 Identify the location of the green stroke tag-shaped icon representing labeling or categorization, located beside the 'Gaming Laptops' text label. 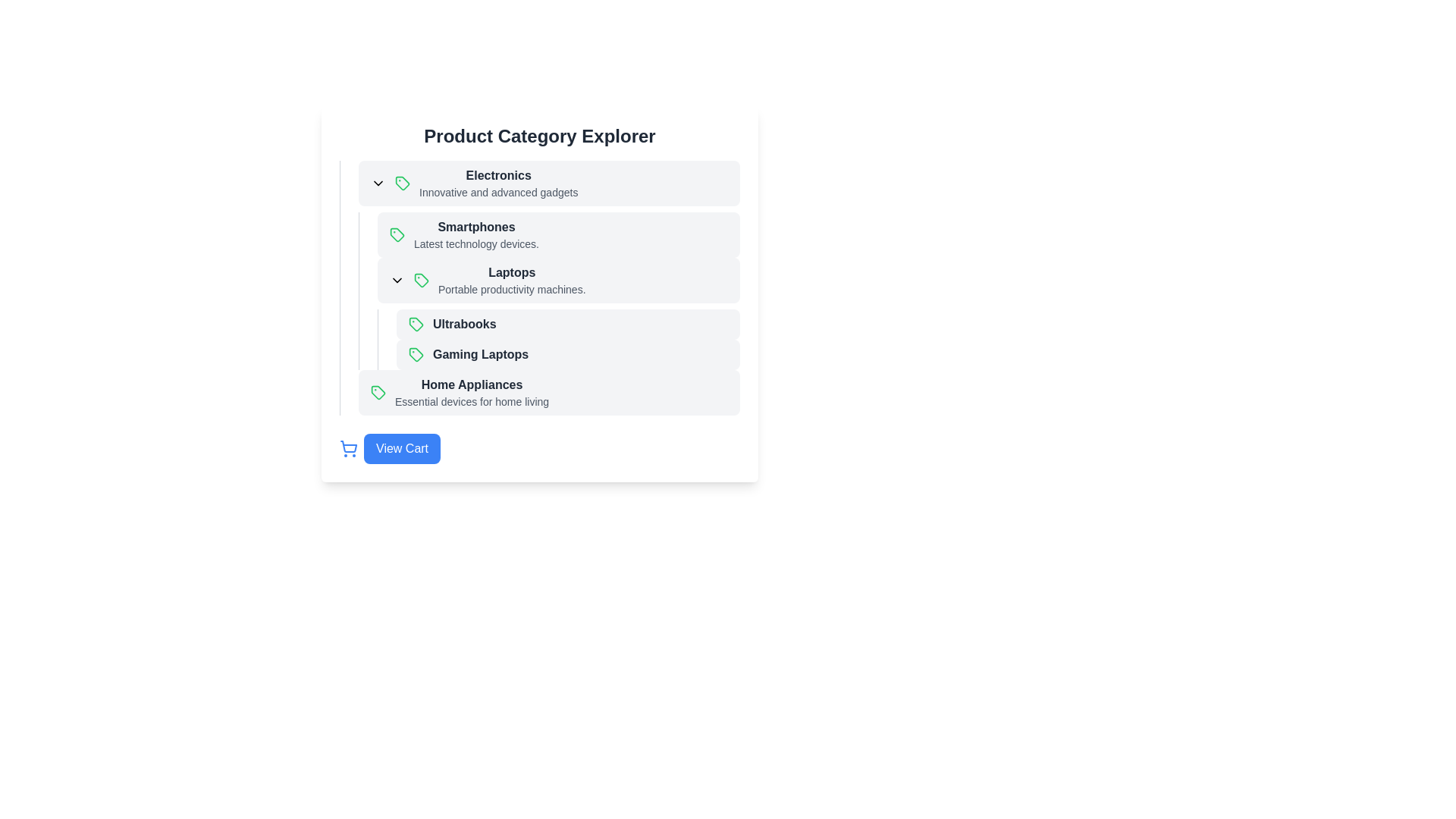
(416, 324).